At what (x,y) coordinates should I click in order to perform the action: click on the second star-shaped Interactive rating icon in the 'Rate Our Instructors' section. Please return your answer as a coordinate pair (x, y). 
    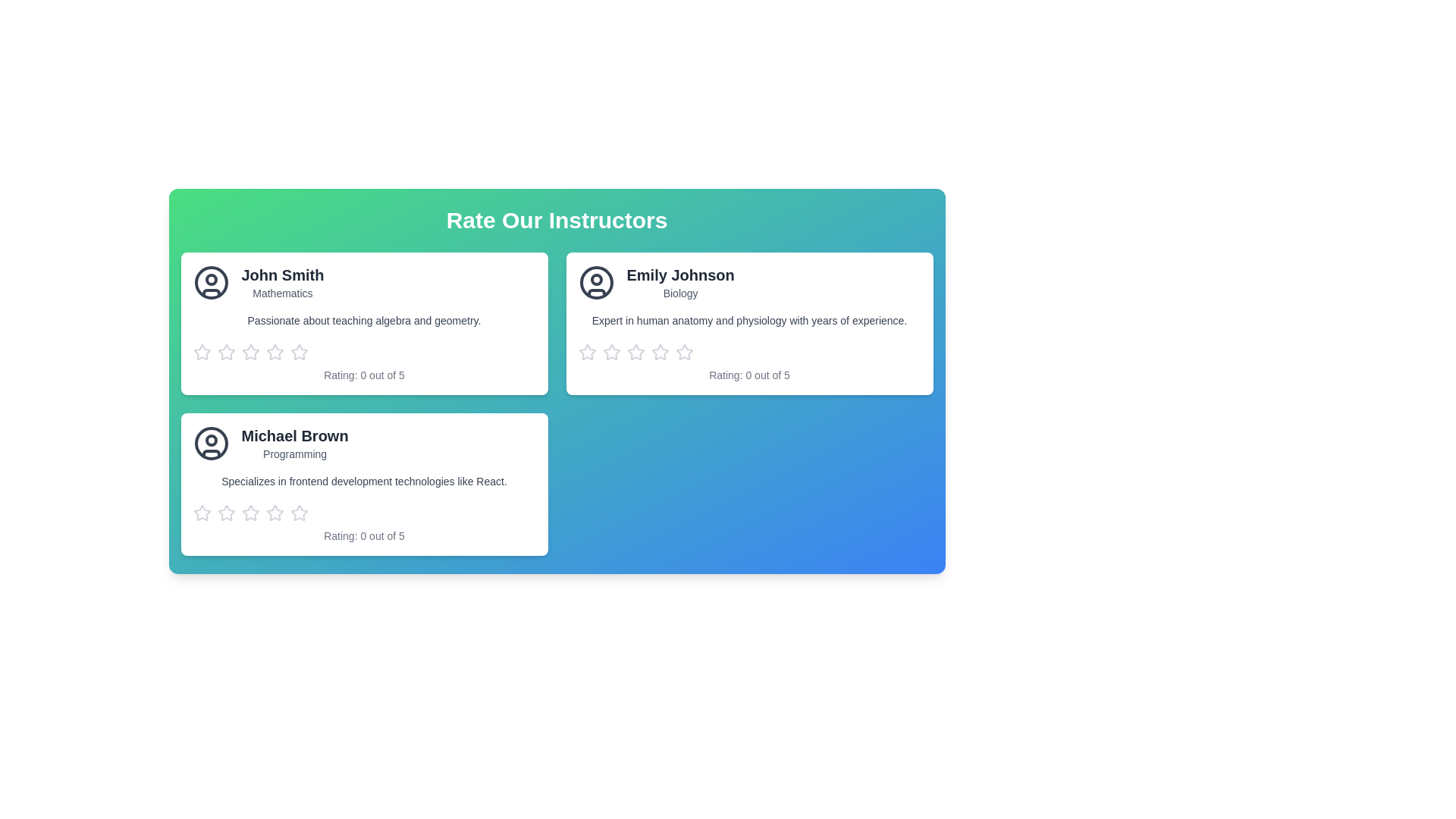
    Looking at the image, I should click on (250, 512).